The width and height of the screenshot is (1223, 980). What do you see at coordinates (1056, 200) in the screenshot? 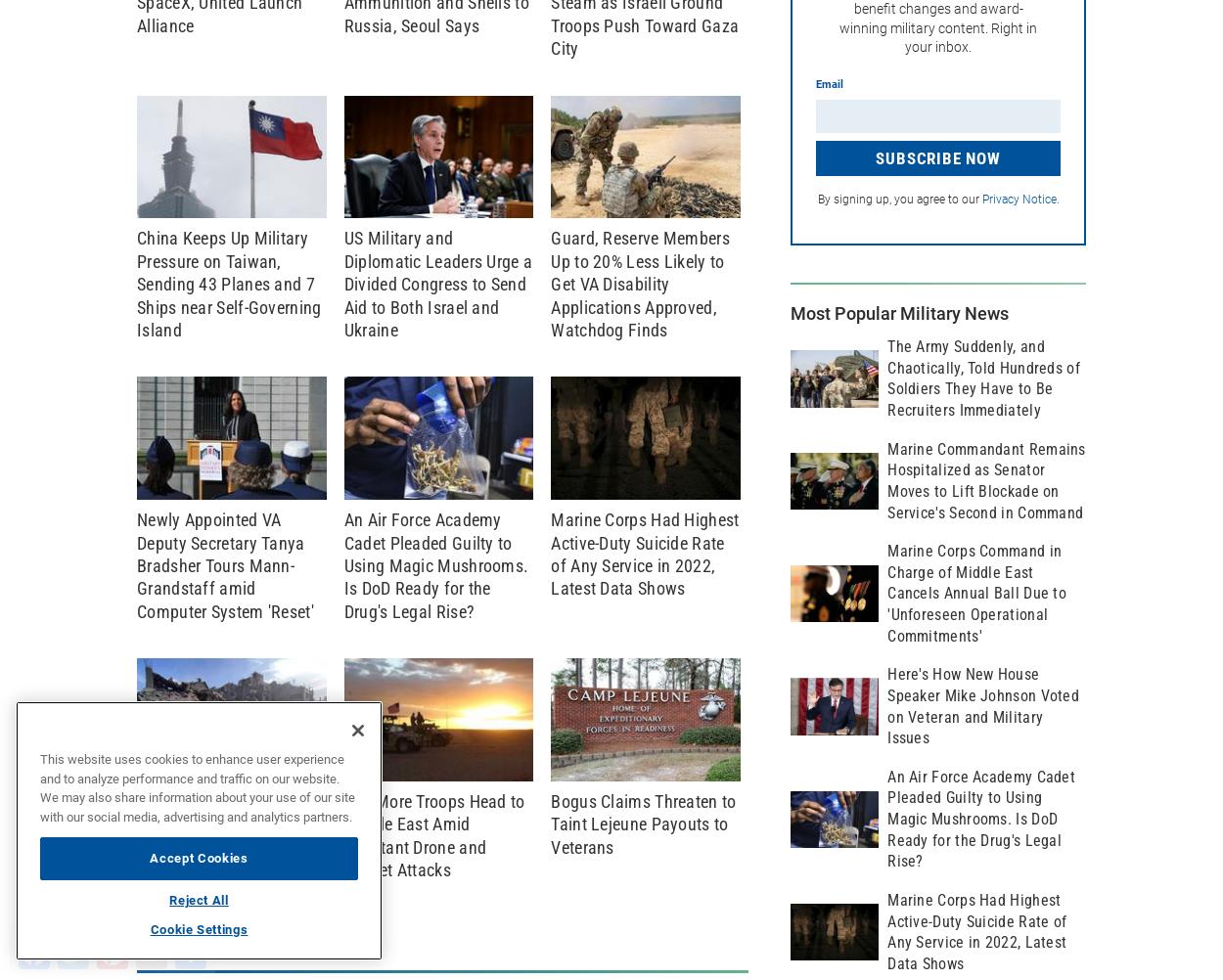
I see `'.'` at bounding box center [1056, 200].